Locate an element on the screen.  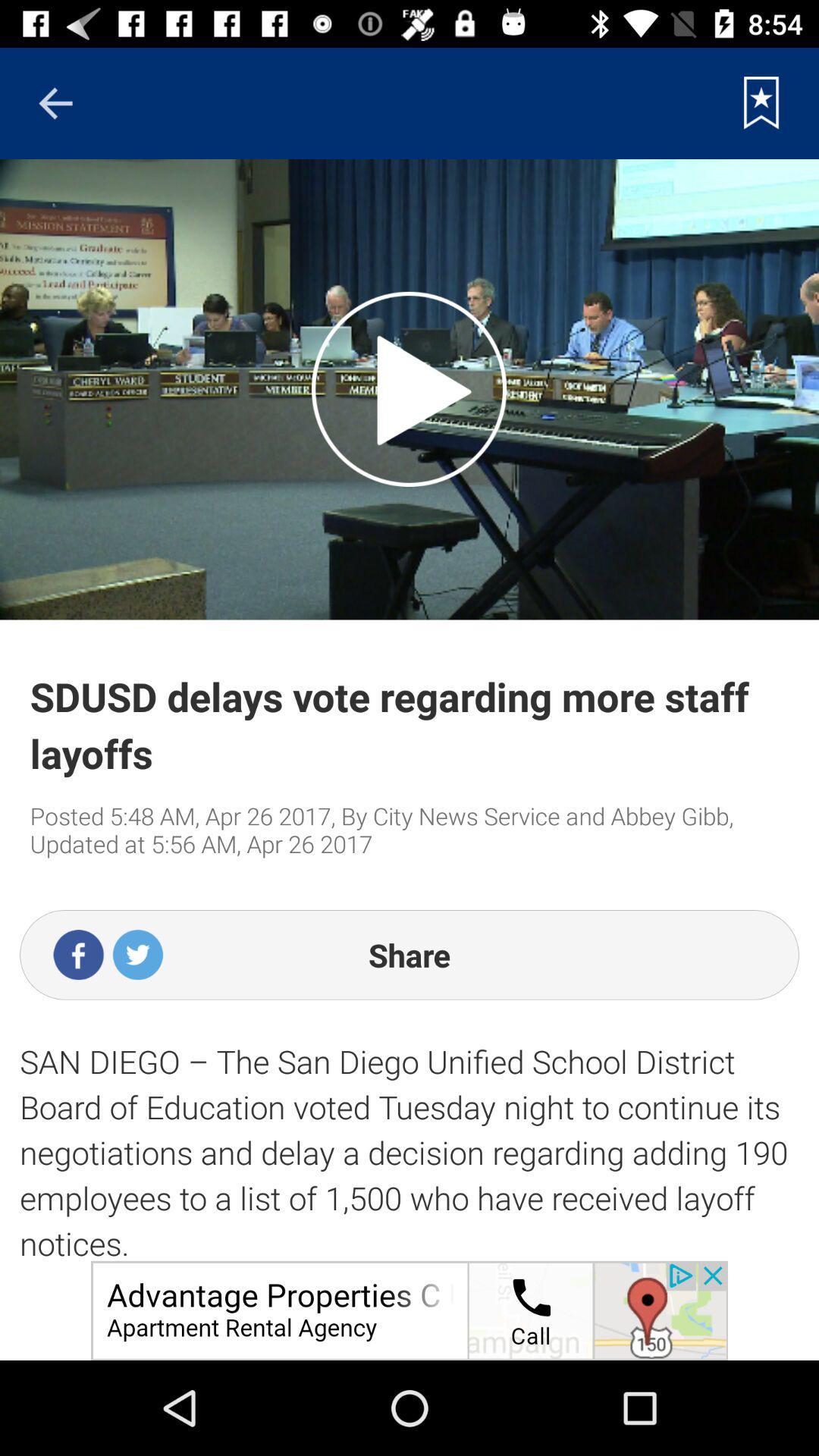
play is located at coordinates (408, 389).